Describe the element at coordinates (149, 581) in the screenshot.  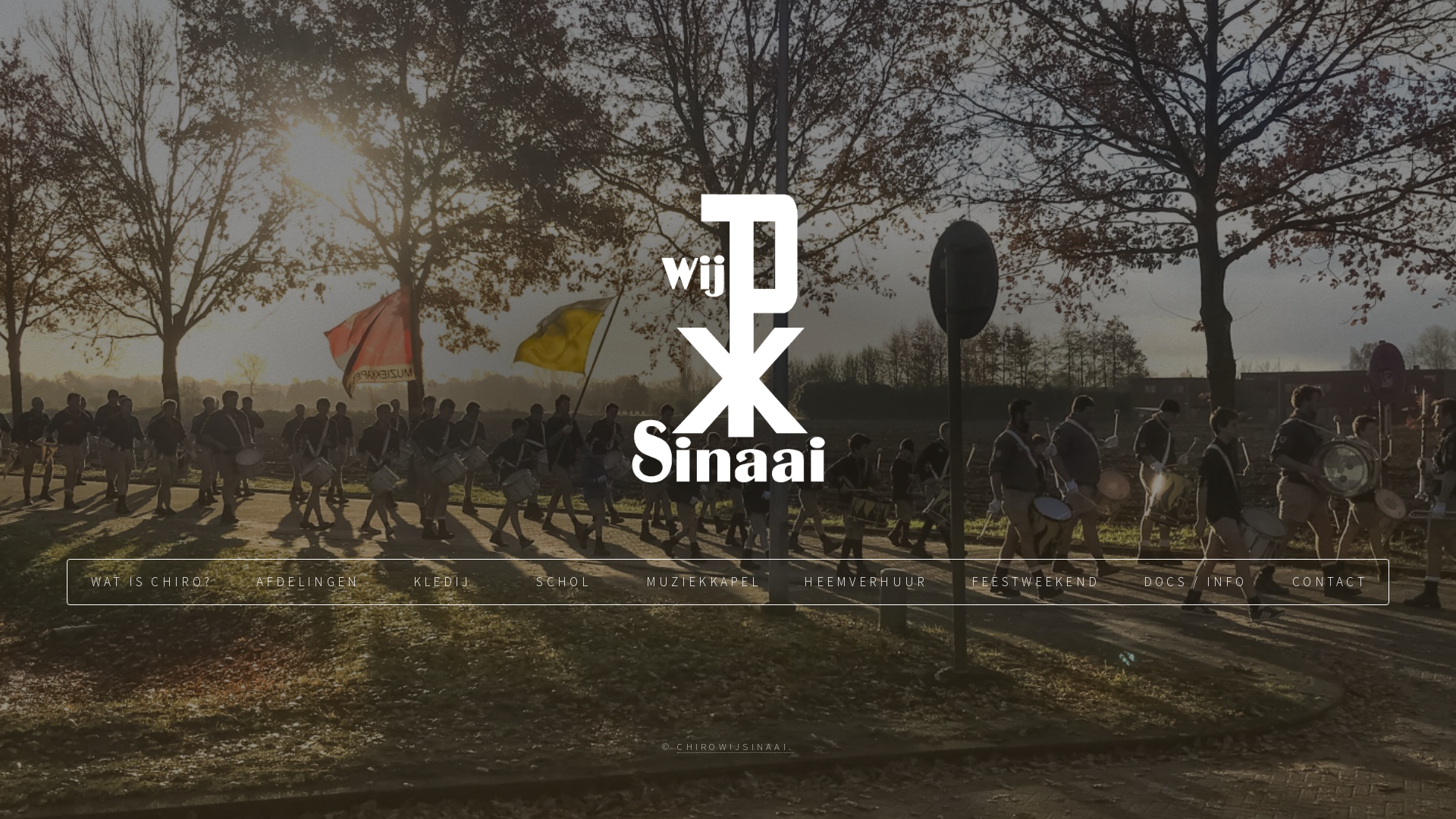
I see `'WAT IS CHIRO?'` at that location.